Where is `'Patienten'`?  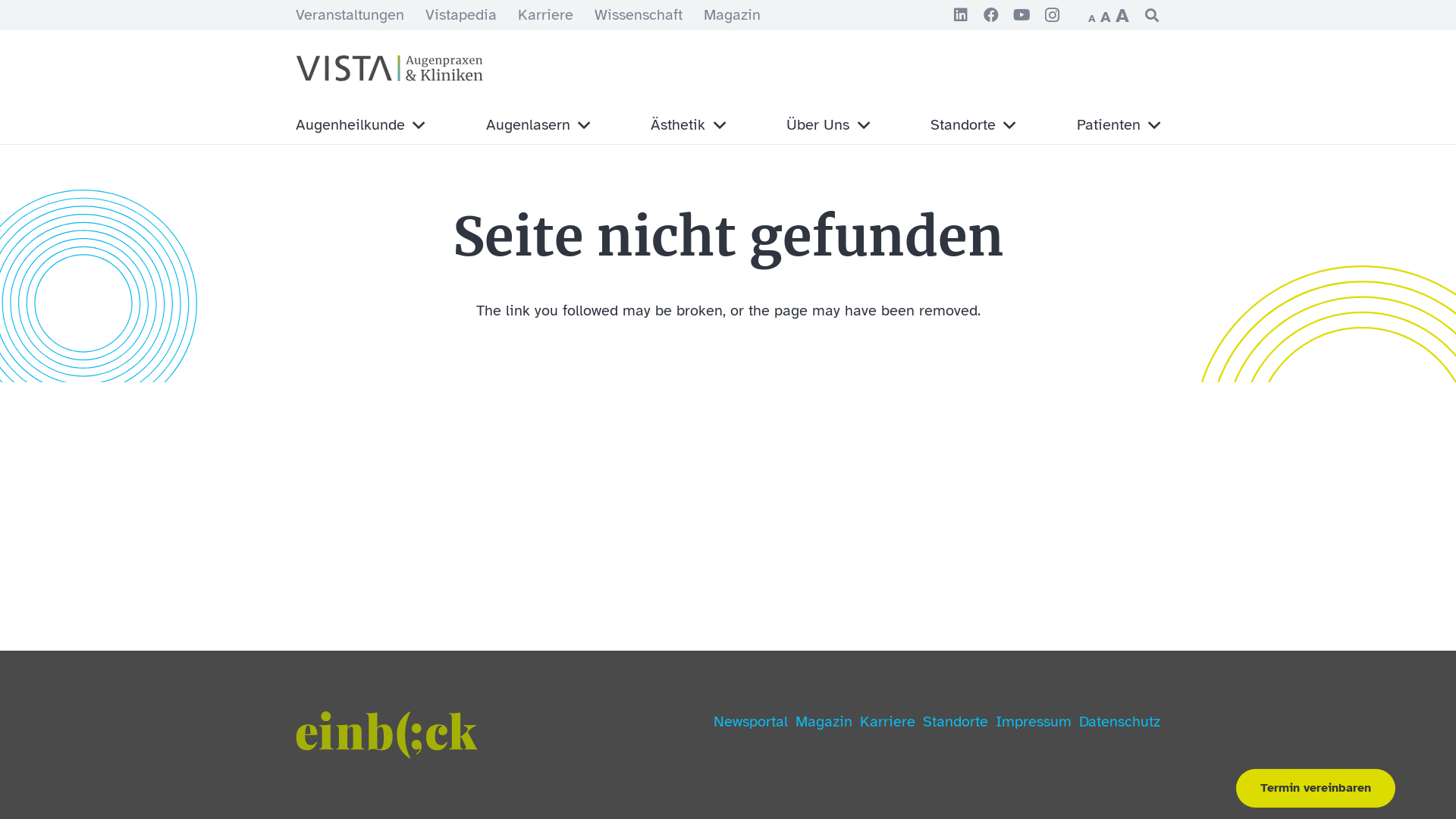
'Patienten' is located at coordinates (1118, 124).